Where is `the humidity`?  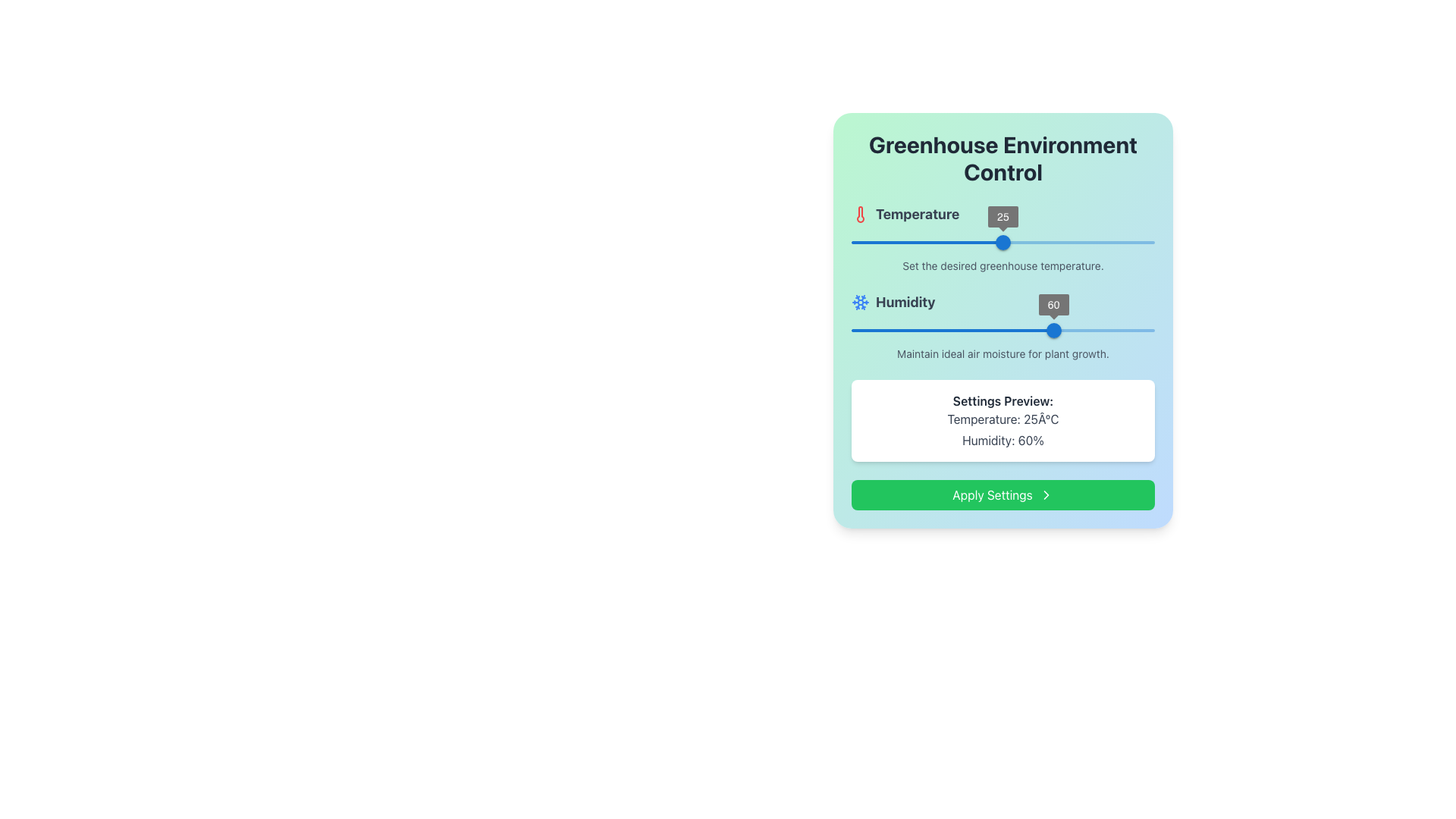 the humidity is located at coordinates (1047, 329).